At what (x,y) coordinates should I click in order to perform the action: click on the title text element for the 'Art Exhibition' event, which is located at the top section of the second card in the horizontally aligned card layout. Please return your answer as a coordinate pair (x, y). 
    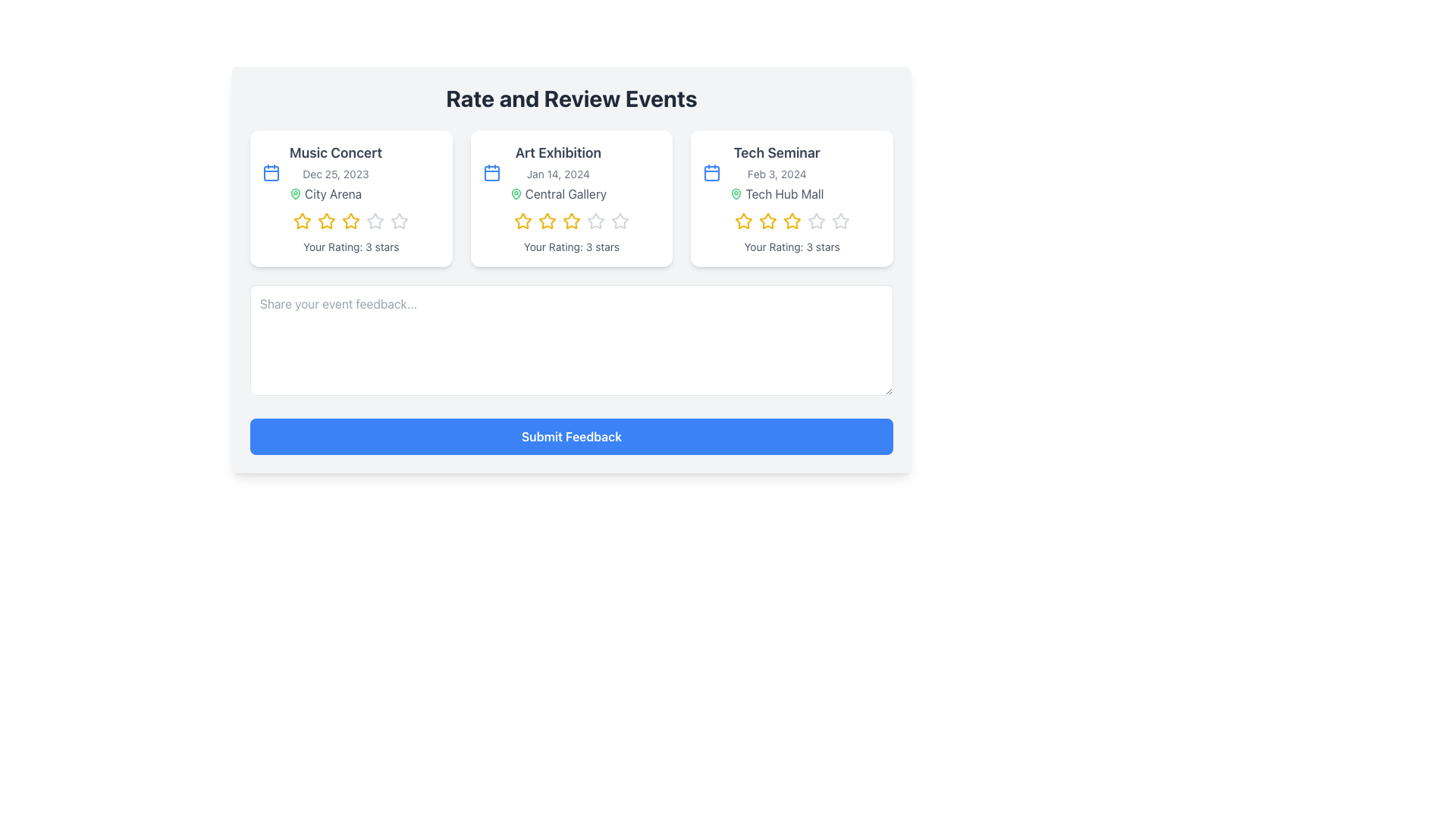
    Looking at the image, I should click on (557, 152).